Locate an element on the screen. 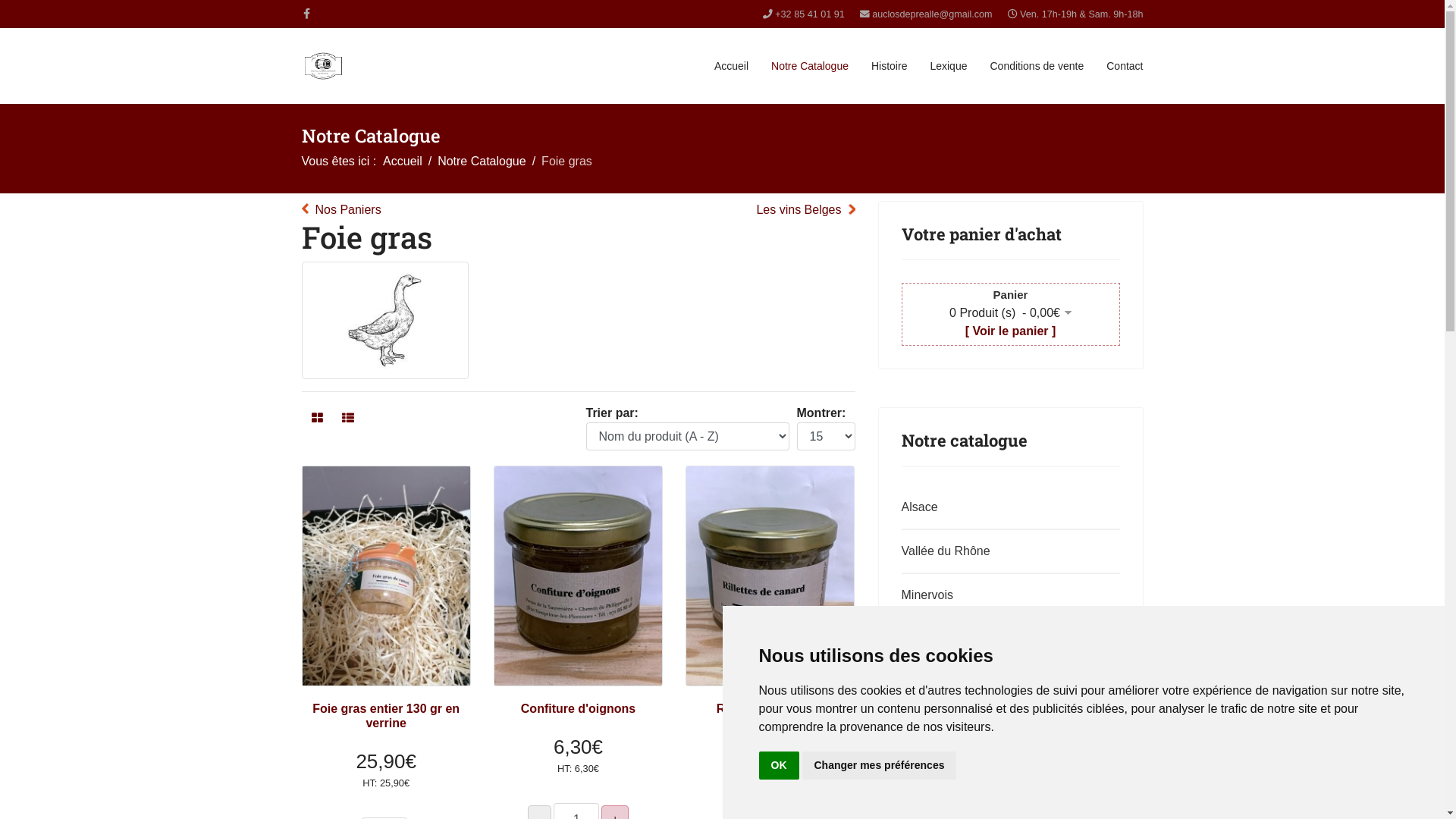 The width and height of the screenshot is (1456, 819). 'Conditions de vente' is located at coordinates (1036, 65).